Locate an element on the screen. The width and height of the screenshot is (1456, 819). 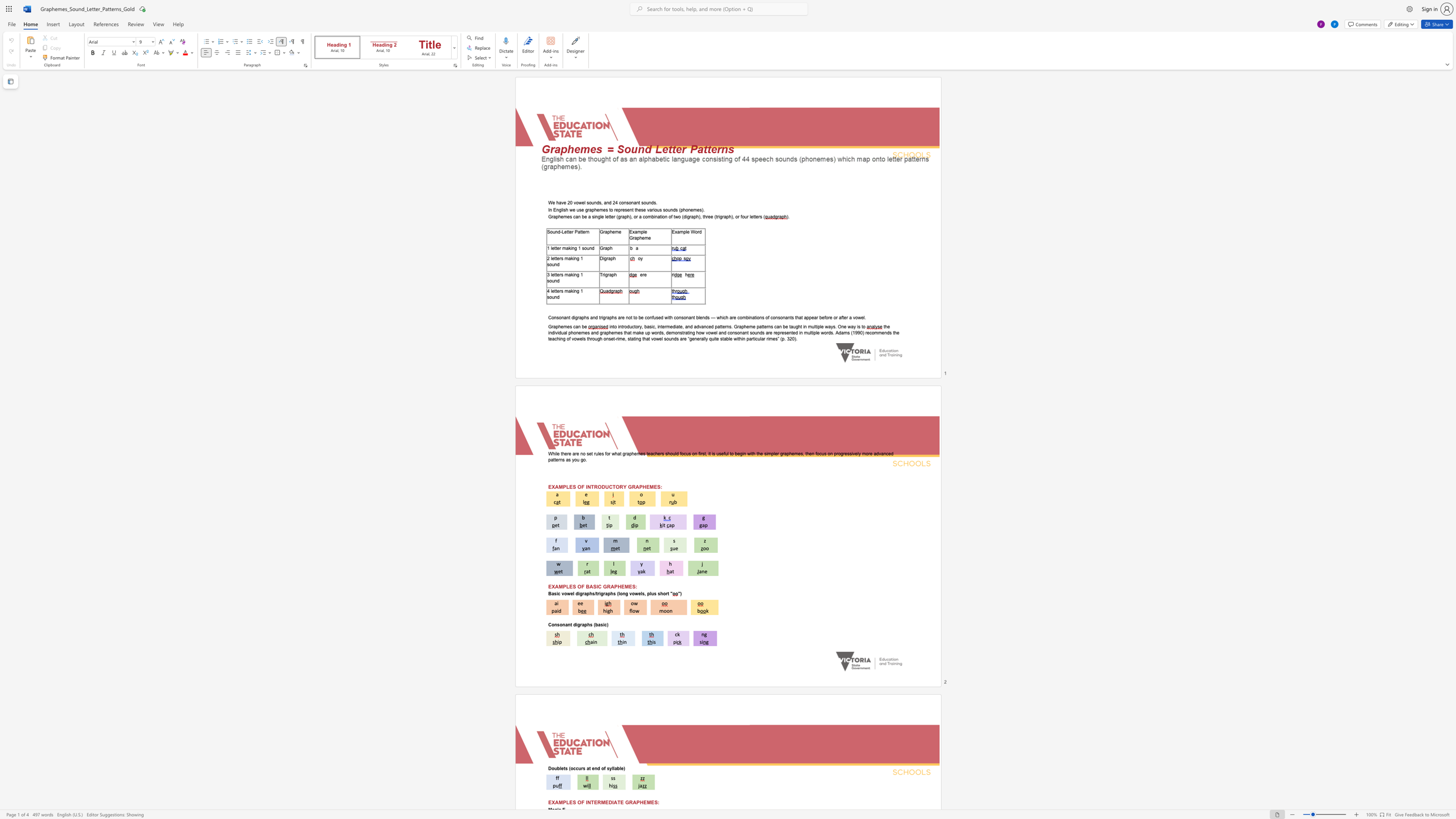
the subset text "e stable within particular rimes” (p. 3" within the text "that vowel sounds are “generally quite stable within particular rimes” (p. 320)" is located at coordinates (716, 338).